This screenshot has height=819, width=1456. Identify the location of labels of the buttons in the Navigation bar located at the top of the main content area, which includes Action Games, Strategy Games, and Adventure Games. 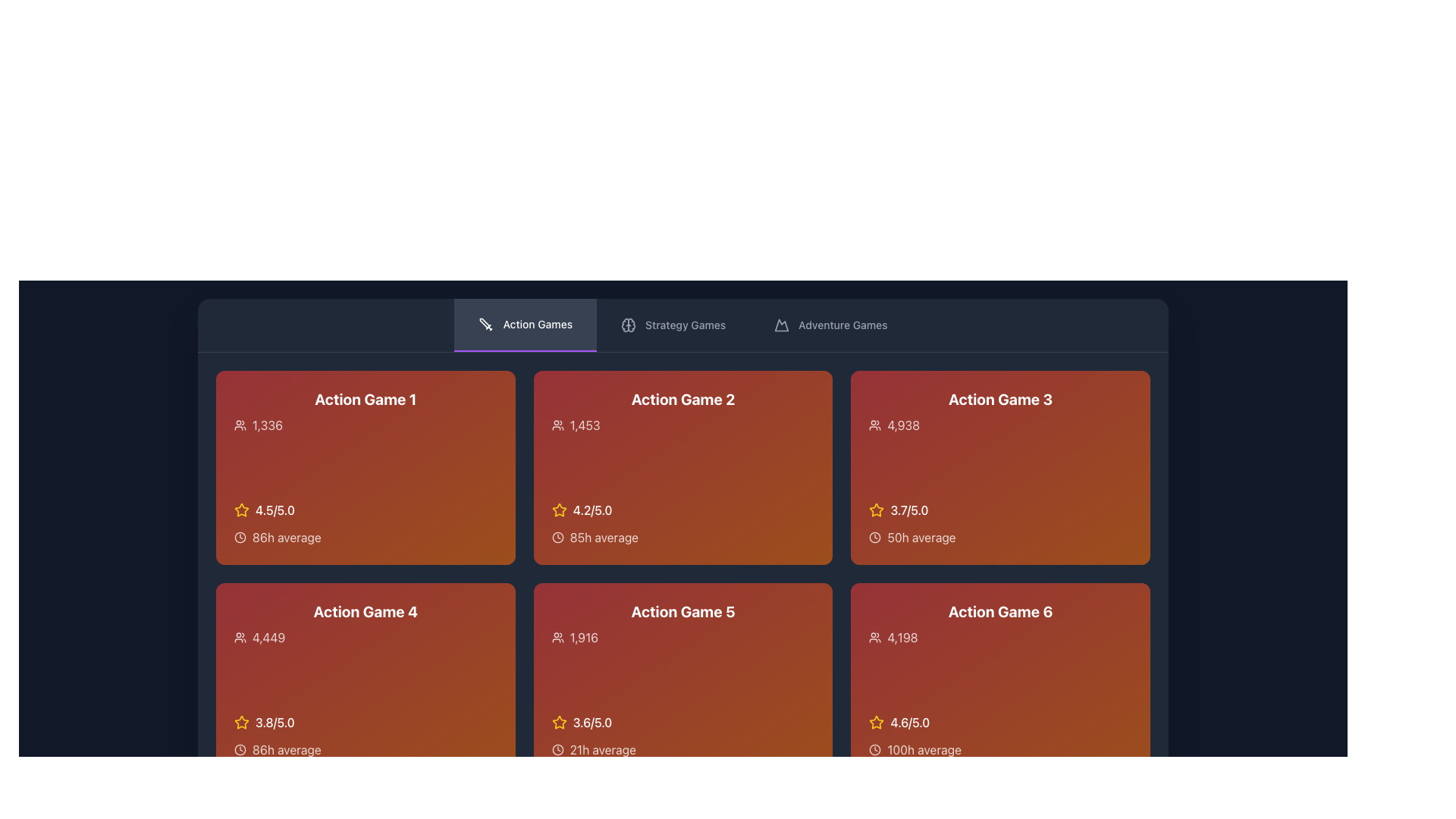
(682, 325).